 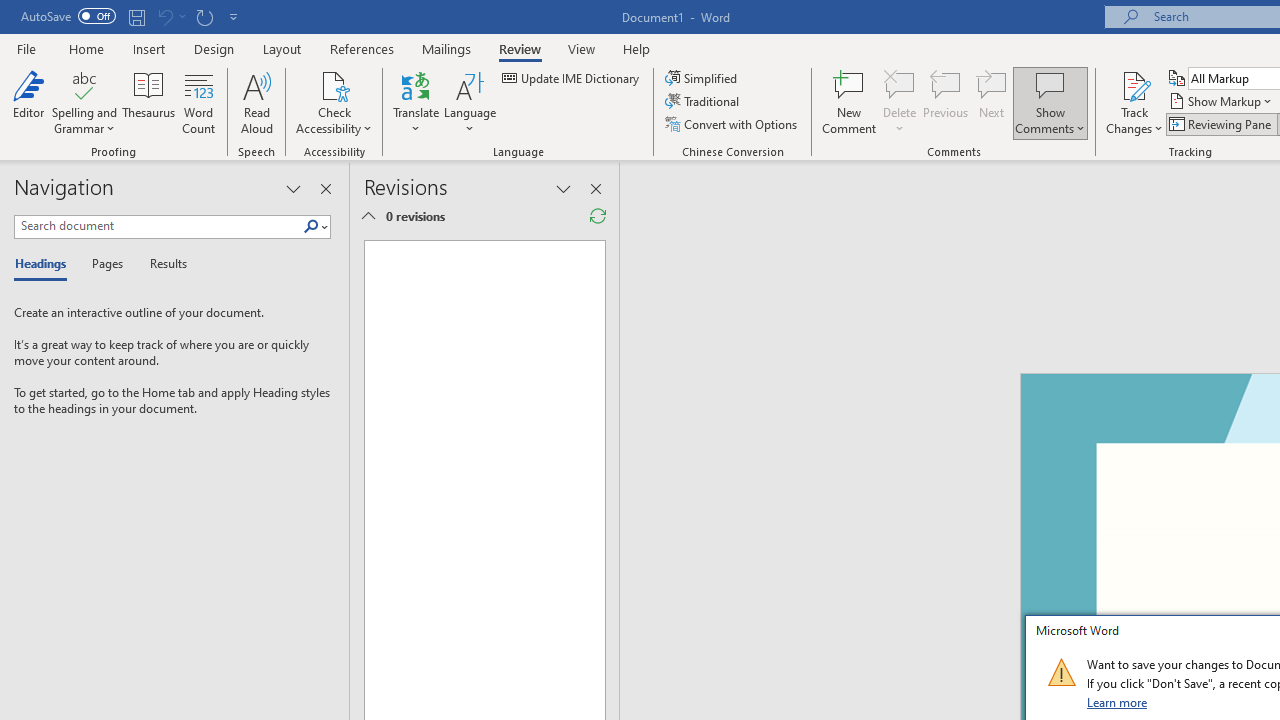 I want to click on 'Check Accessibility', so click(x=334, y=84).